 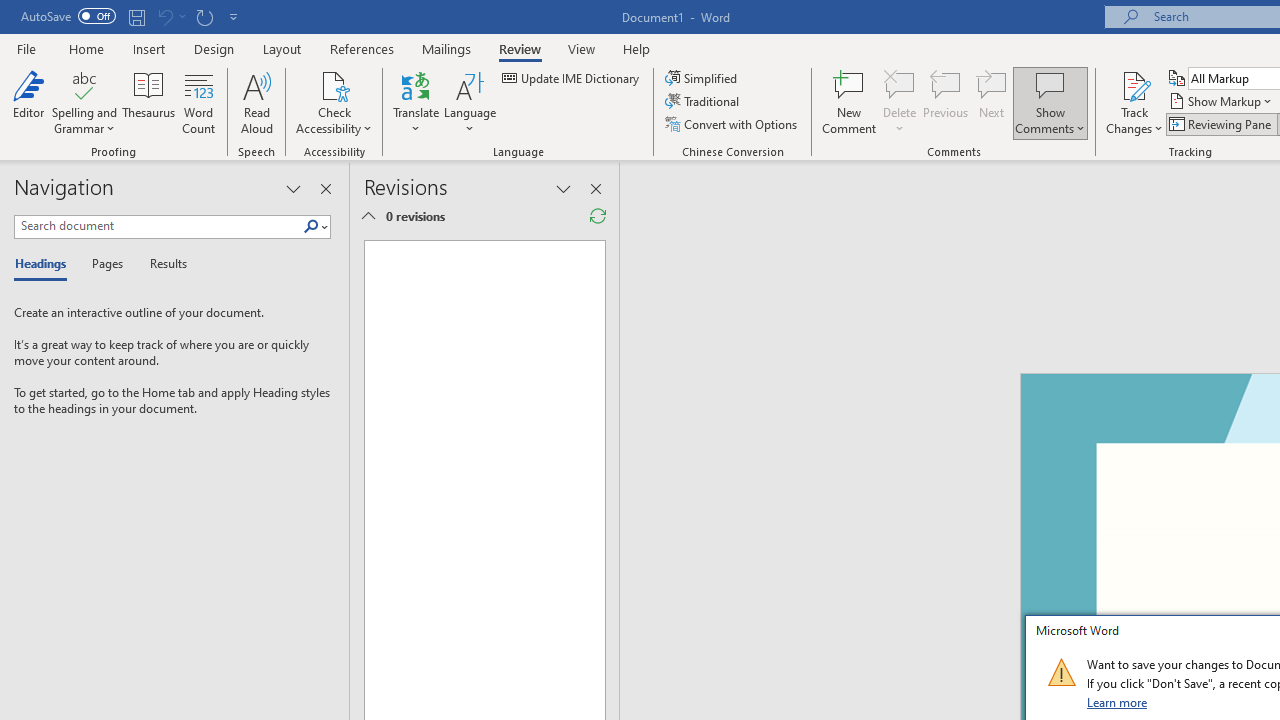 I want to click on 'Check Accessibility', so click(x=334, y=84).